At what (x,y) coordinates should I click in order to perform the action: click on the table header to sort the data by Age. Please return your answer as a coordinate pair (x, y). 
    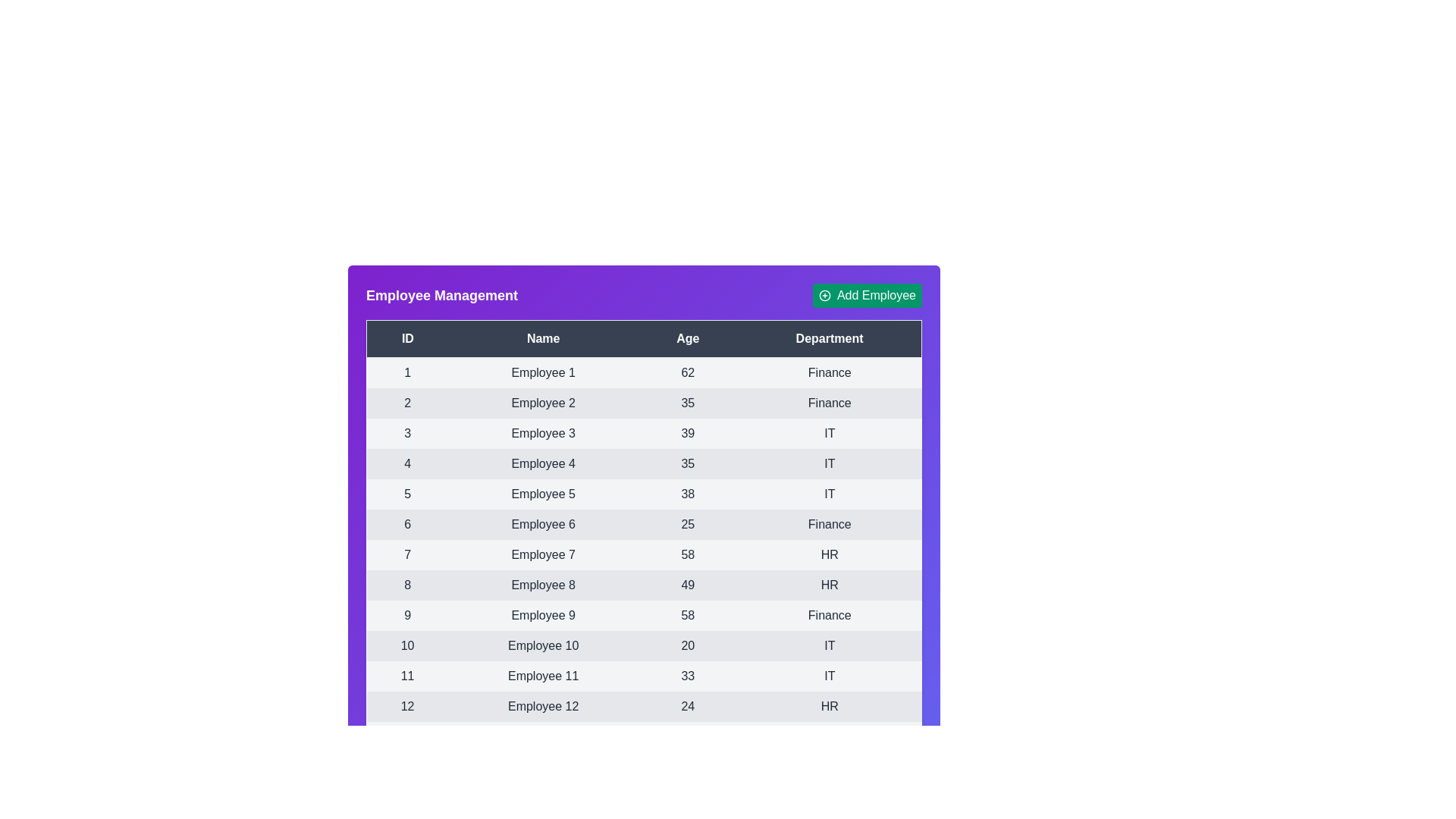
    Looking at the image, I should click on (687, 338).